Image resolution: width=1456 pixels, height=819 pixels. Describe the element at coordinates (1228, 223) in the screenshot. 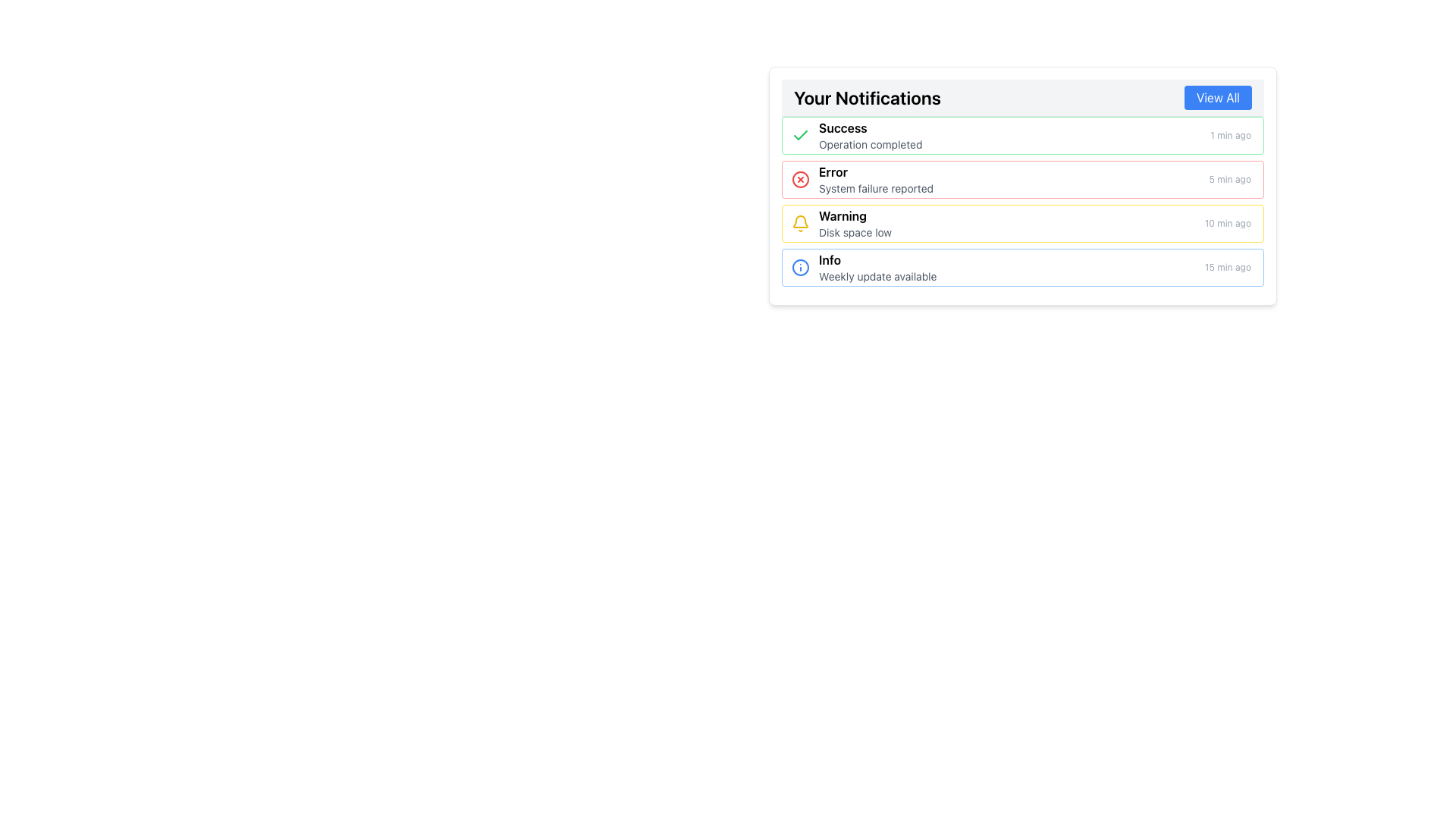

I see `the text label reading '10 min ago' located in the bottom-right area of the notification entry labeled 'Warning: Disk space low.'` at that location.